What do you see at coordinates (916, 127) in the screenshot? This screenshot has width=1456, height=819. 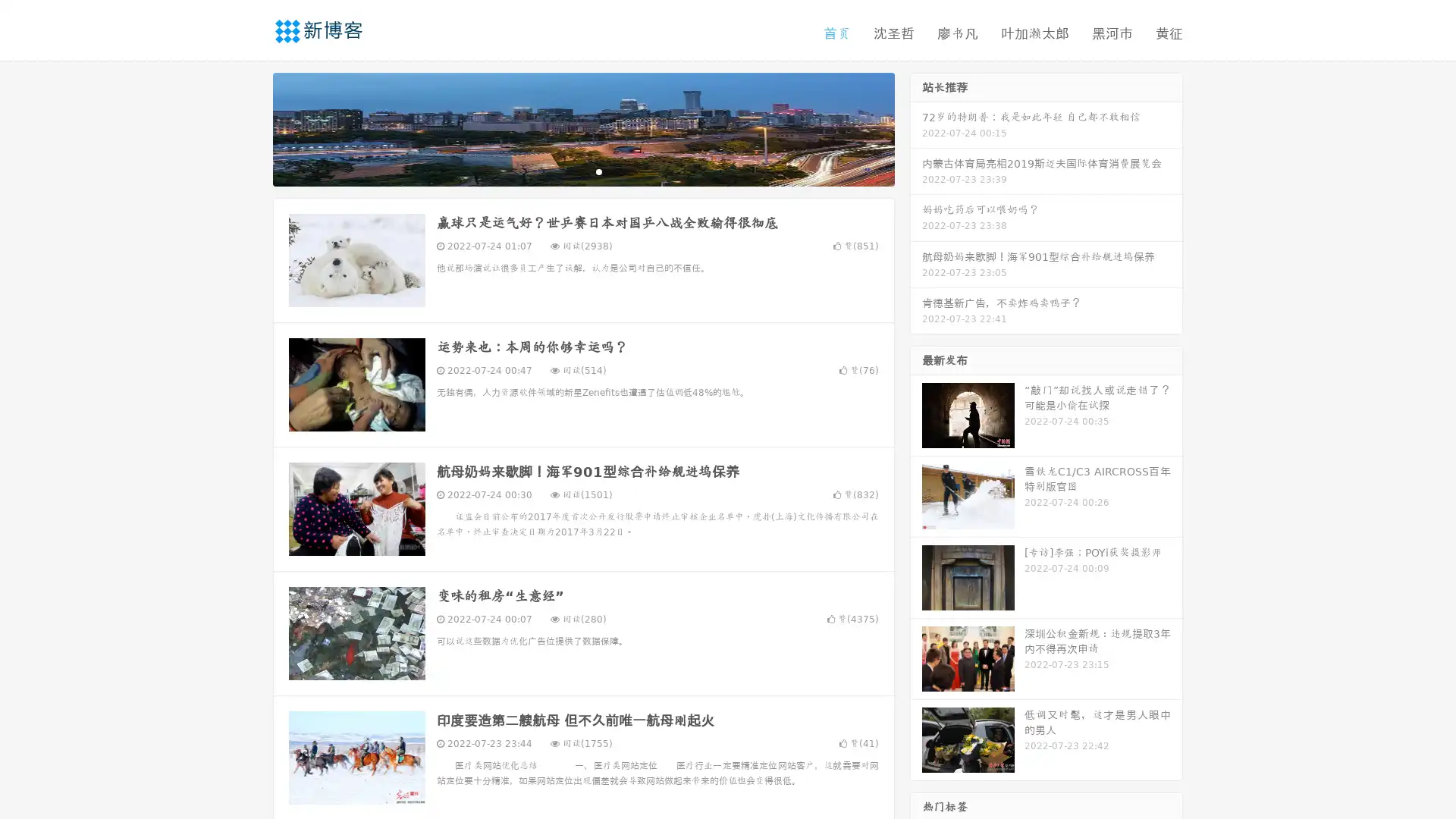 I see `Next slide` at bounding box center [916, 127].